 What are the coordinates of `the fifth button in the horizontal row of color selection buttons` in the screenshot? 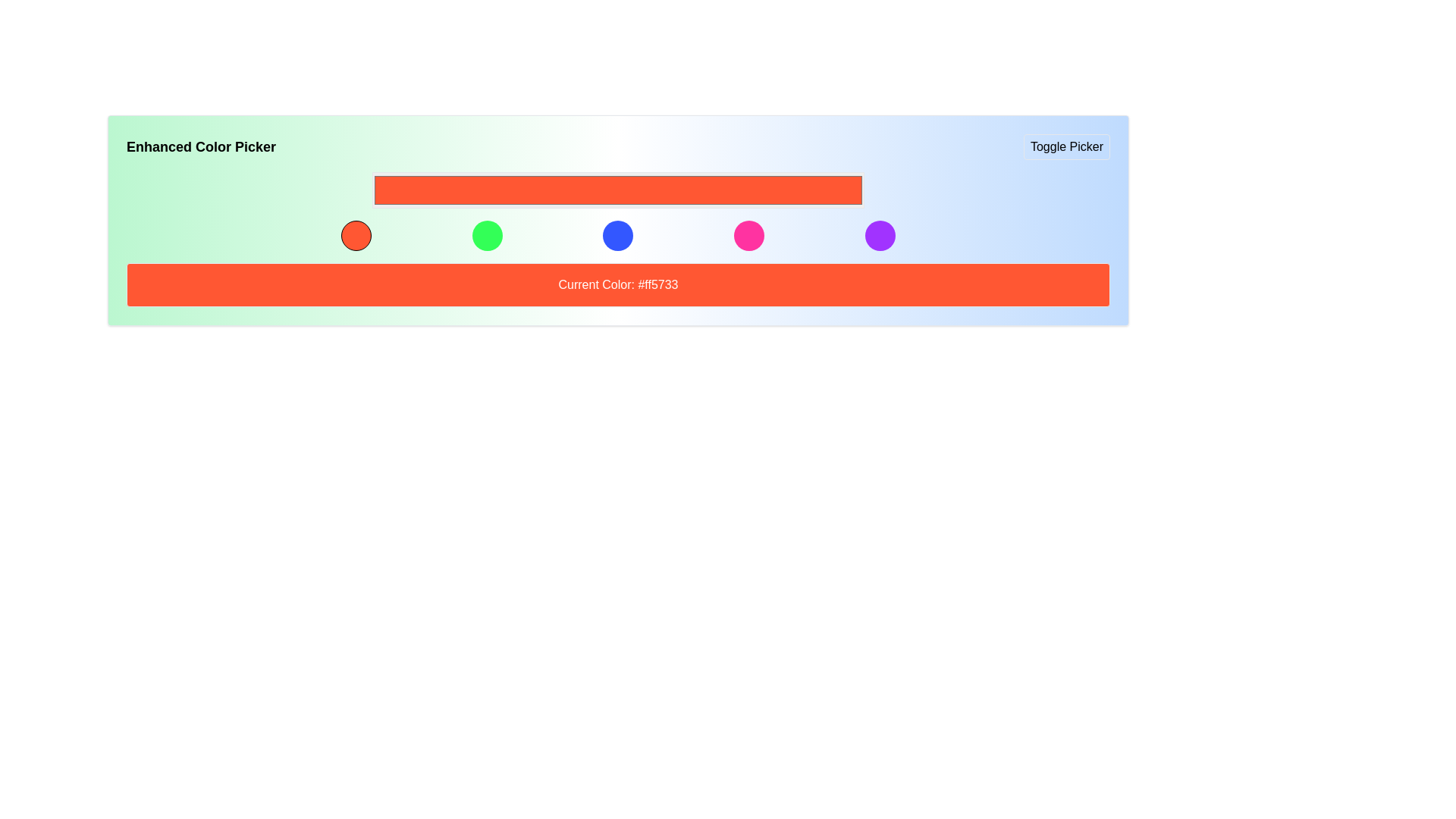 It's located at (880, 236).